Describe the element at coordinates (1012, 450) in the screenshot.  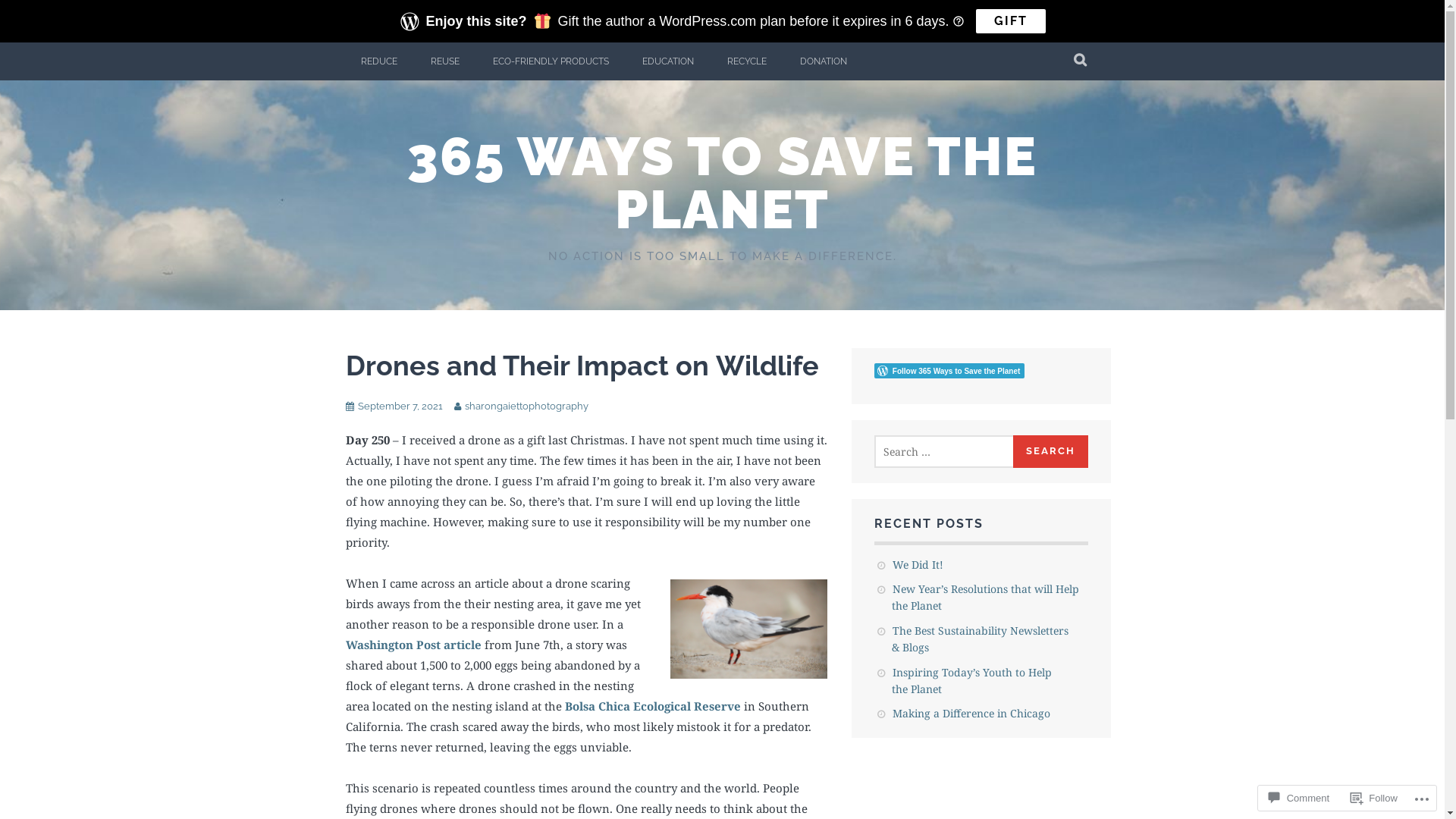
I see `'Search'` at that location.